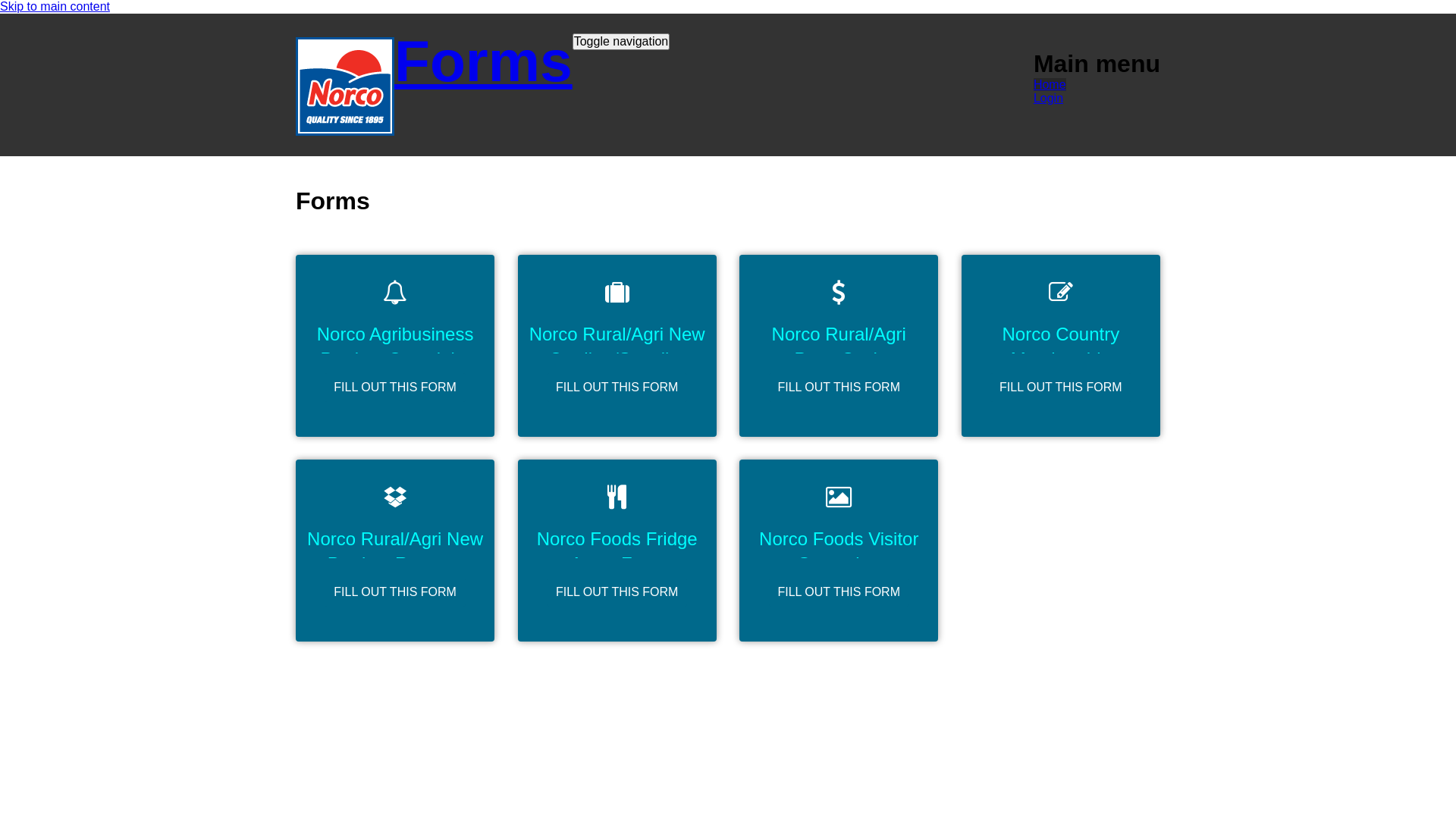 Image resolution: width=1456 pixels, height=819 pixels. I want to click on 'Home', so click(344, 124).